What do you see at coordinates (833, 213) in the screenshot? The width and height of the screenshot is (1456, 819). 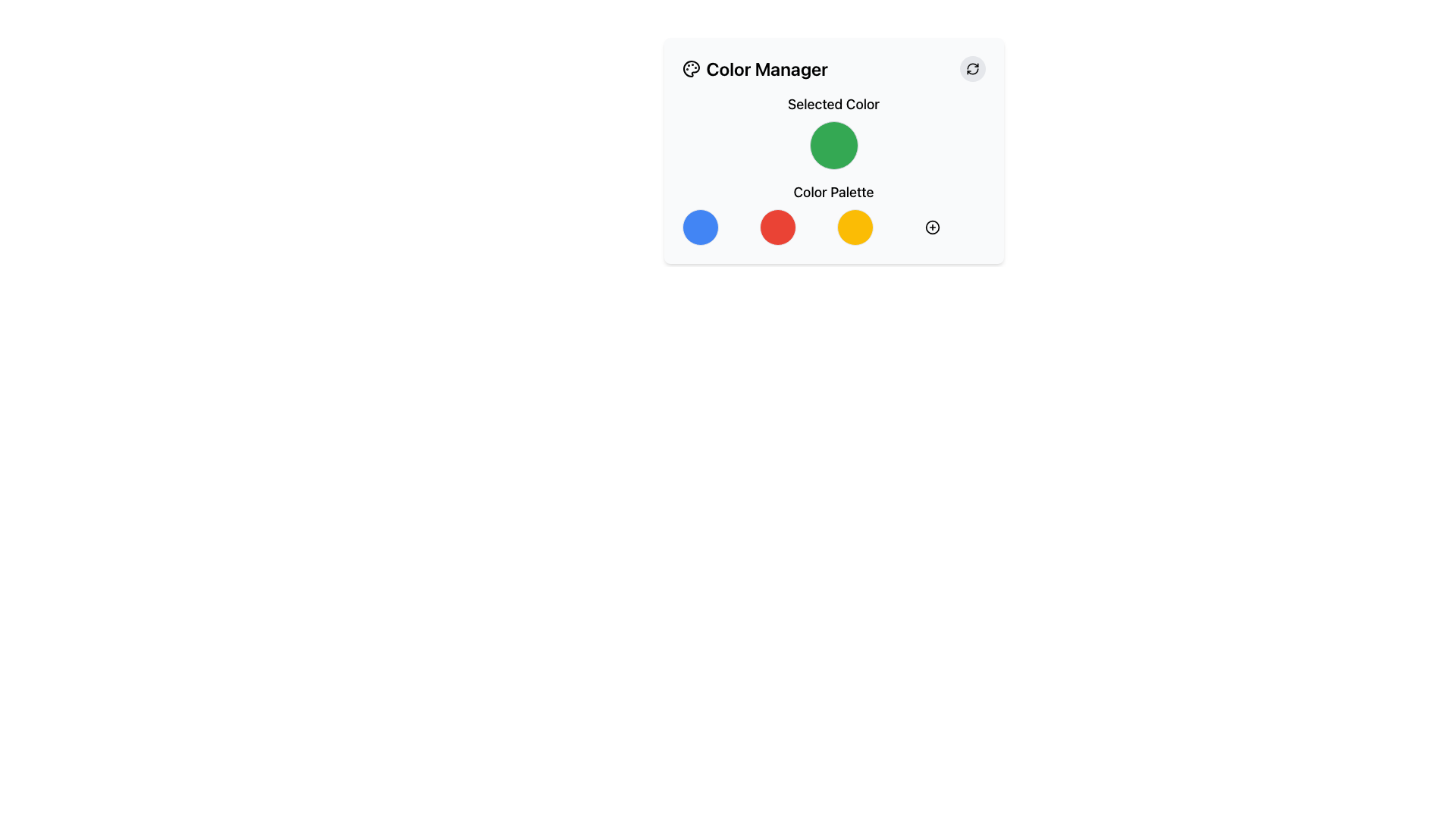 I see `the color circles in the Interactive section of the Color Manager, located below the Selected Color section with a green circular indicator` at bounding box center [833, 213].